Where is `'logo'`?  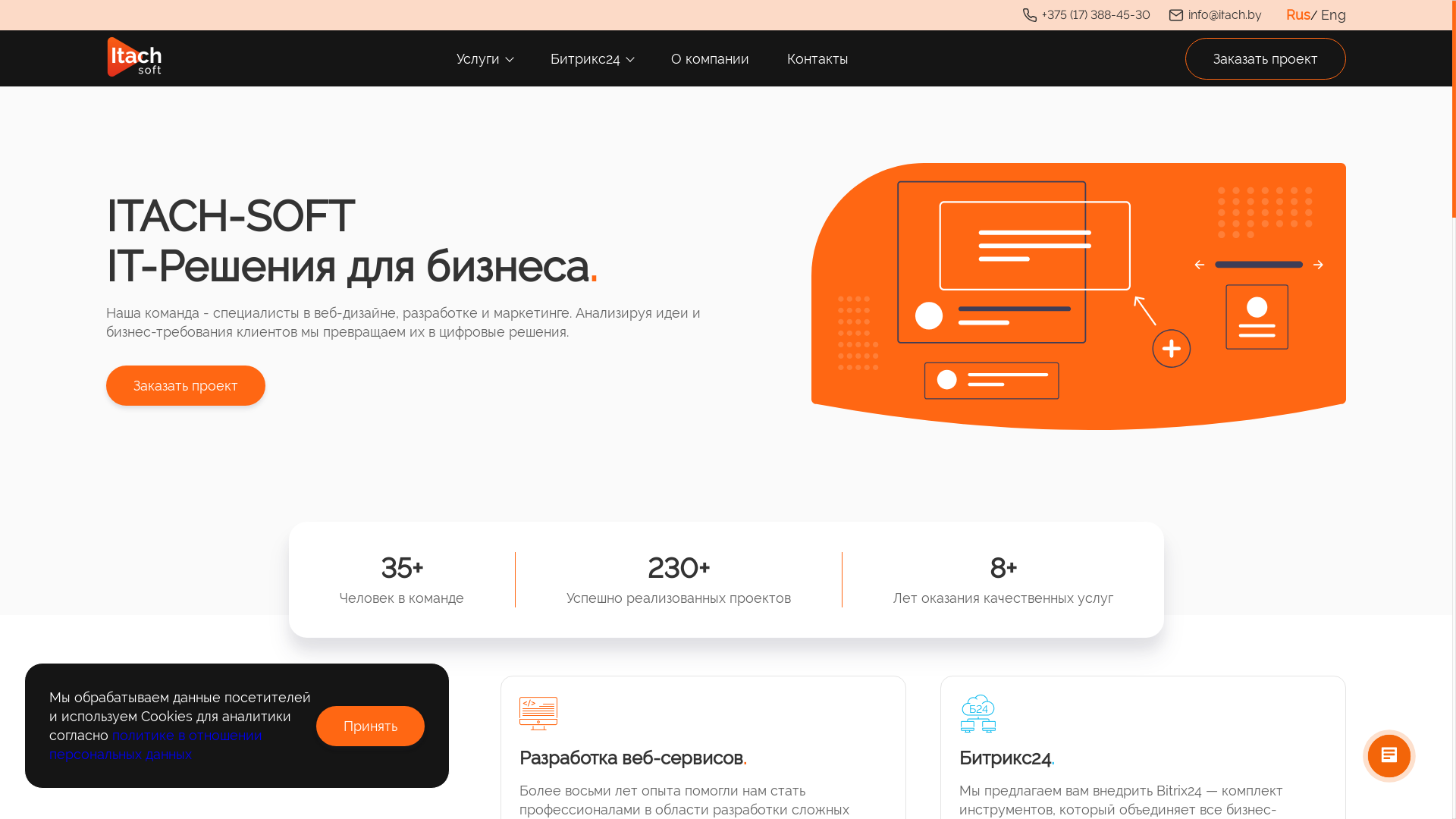 'logo' is located at coordinates (134, 55).